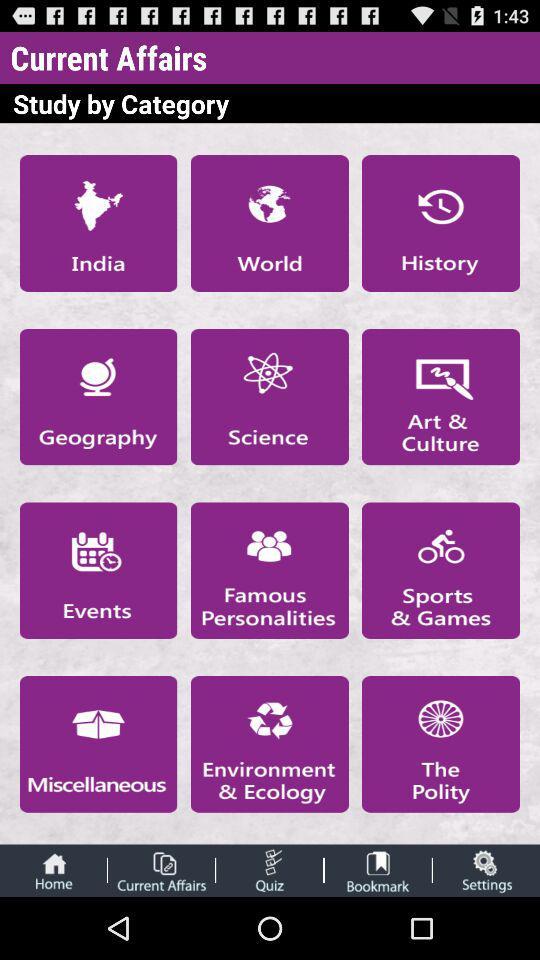 This screenshot has width=540, height=960. Describe the element at coordinates (441, 570) in the screenshot. I see `sports and game affairs` at that location.